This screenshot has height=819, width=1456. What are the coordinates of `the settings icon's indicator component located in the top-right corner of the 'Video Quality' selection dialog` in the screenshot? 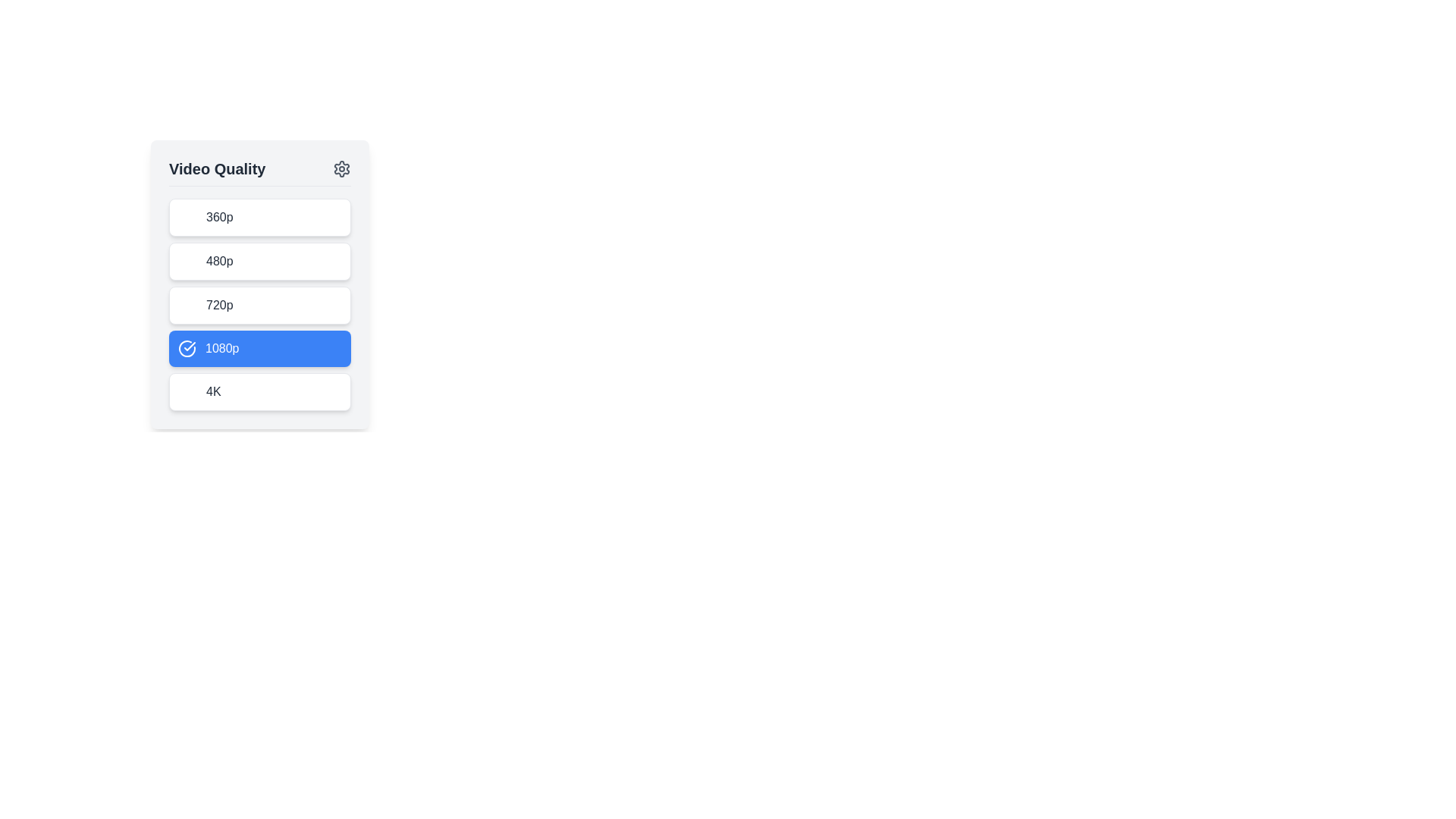 It's located at (341, 169).